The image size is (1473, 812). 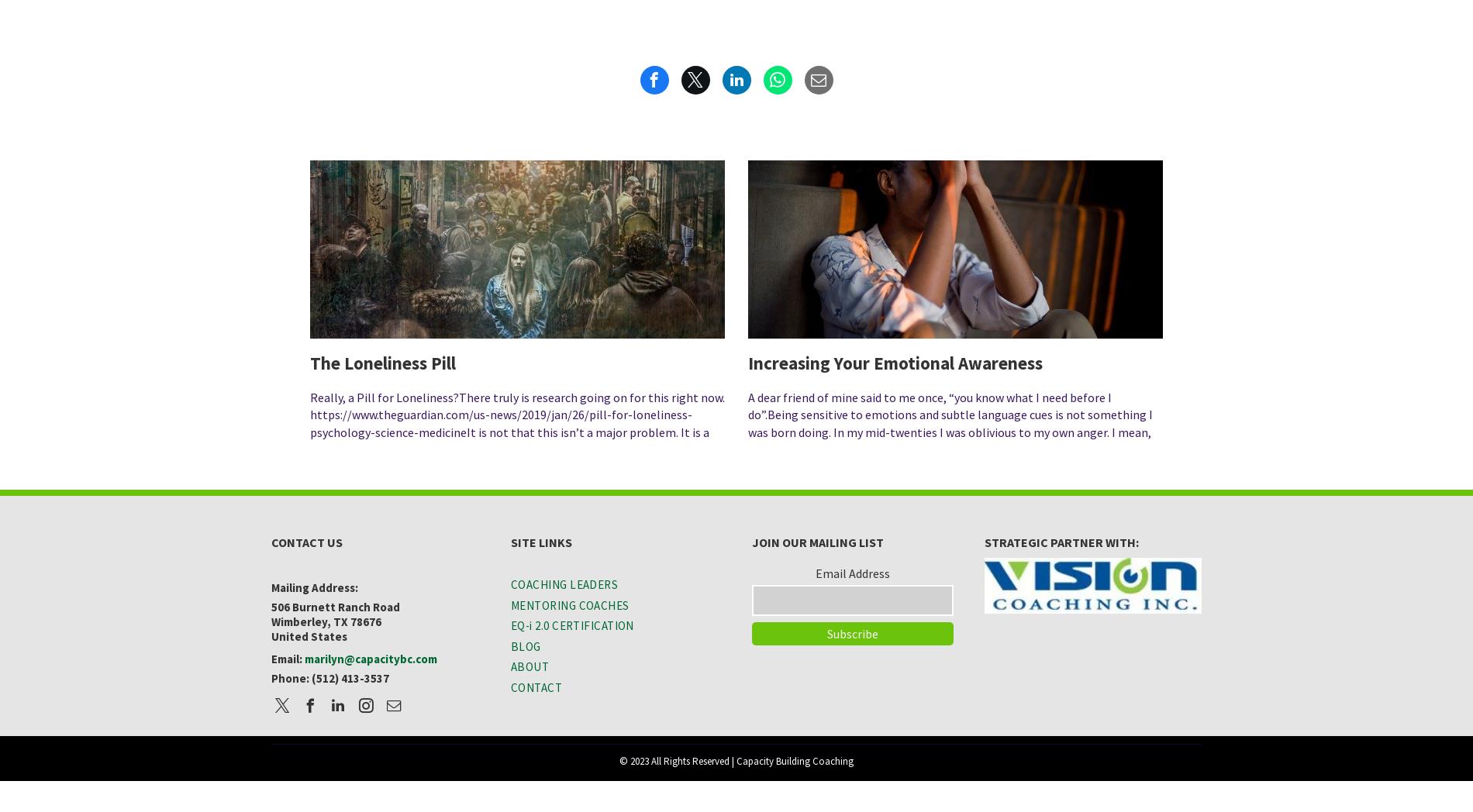 What do you see at coordinates (270, 659) in the screenshot?
I see `'Email:'` at bounding box center [270, 659].